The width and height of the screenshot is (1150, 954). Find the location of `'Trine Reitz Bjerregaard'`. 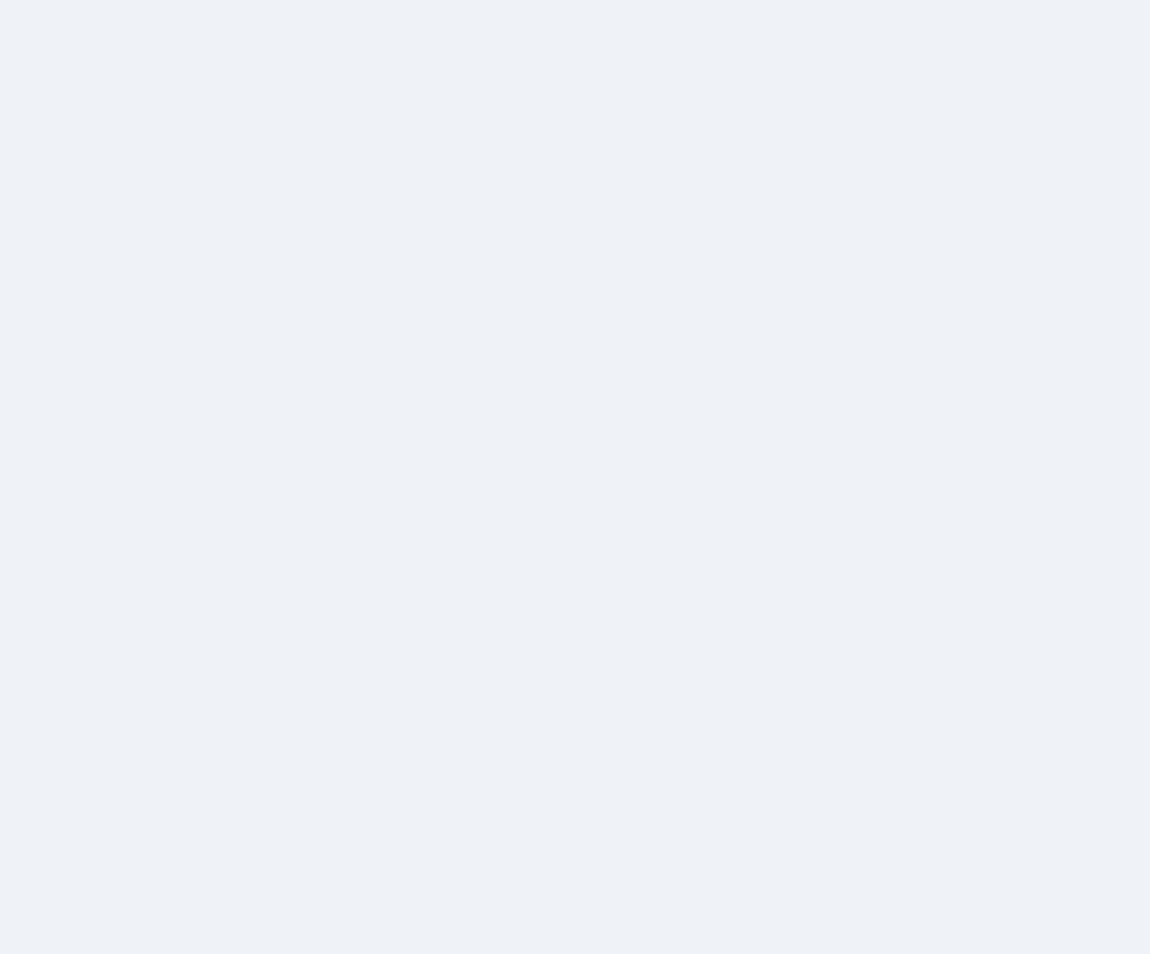

'Trine Reitz Bjerregaard' is located at coordinates (1006, 748).